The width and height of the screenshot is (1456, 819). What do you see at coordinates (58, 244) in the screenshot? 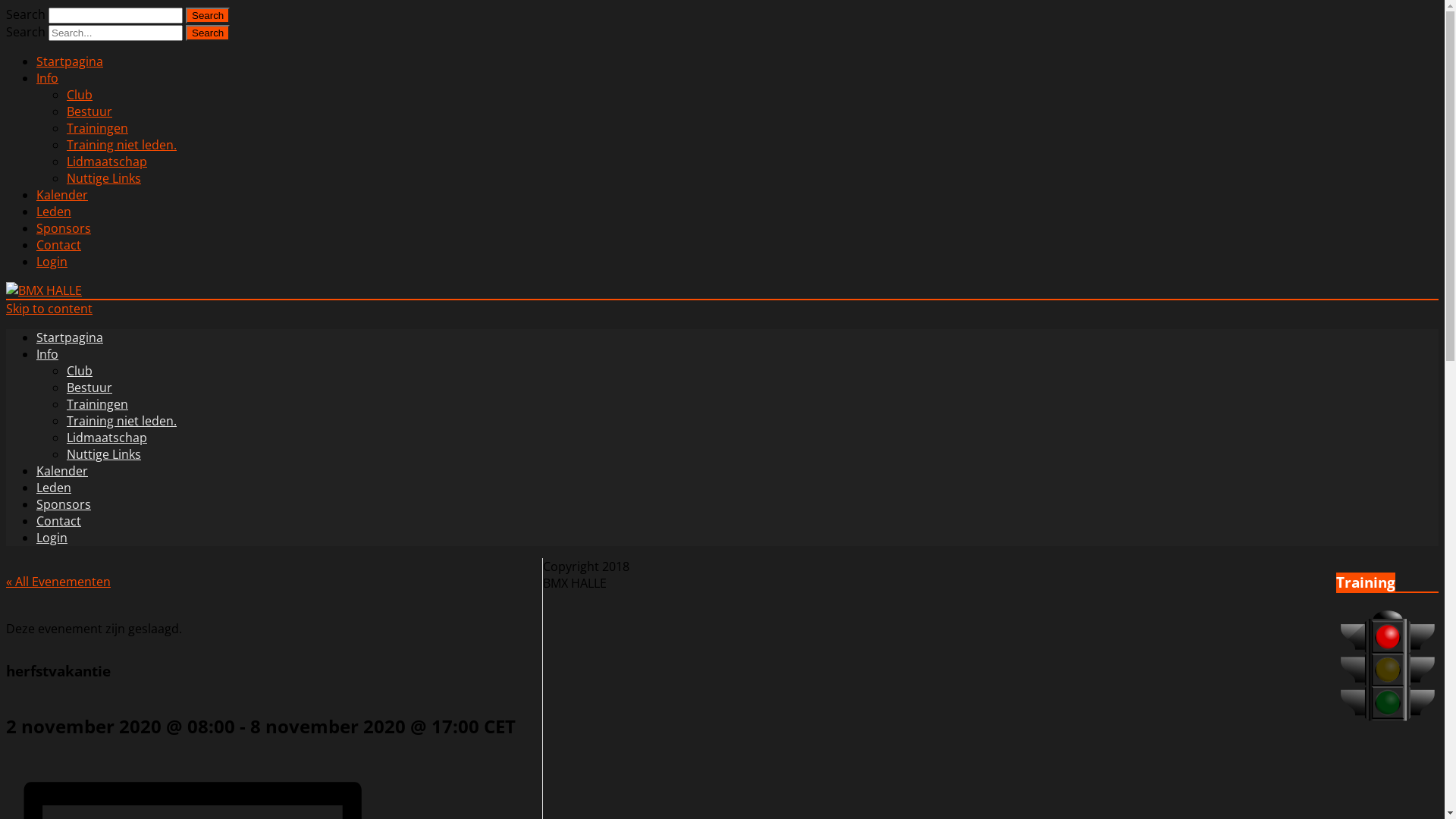
I see `'Contact'` at bounding box center [58, 244].